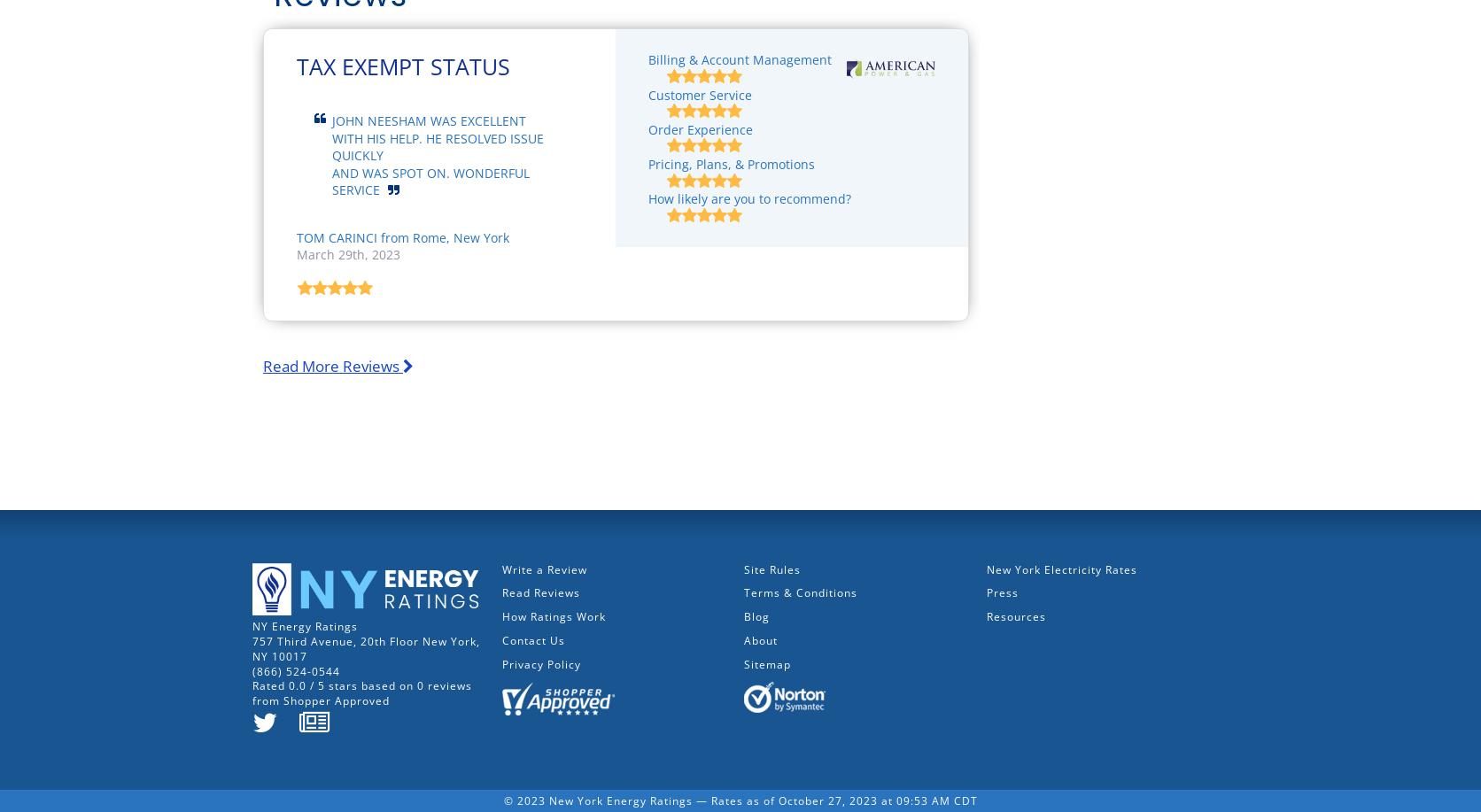  What do you see at coordinates (336, 700) in the screenshot?
I see `'Shopper Approved'` at bounding box center [336, 700].